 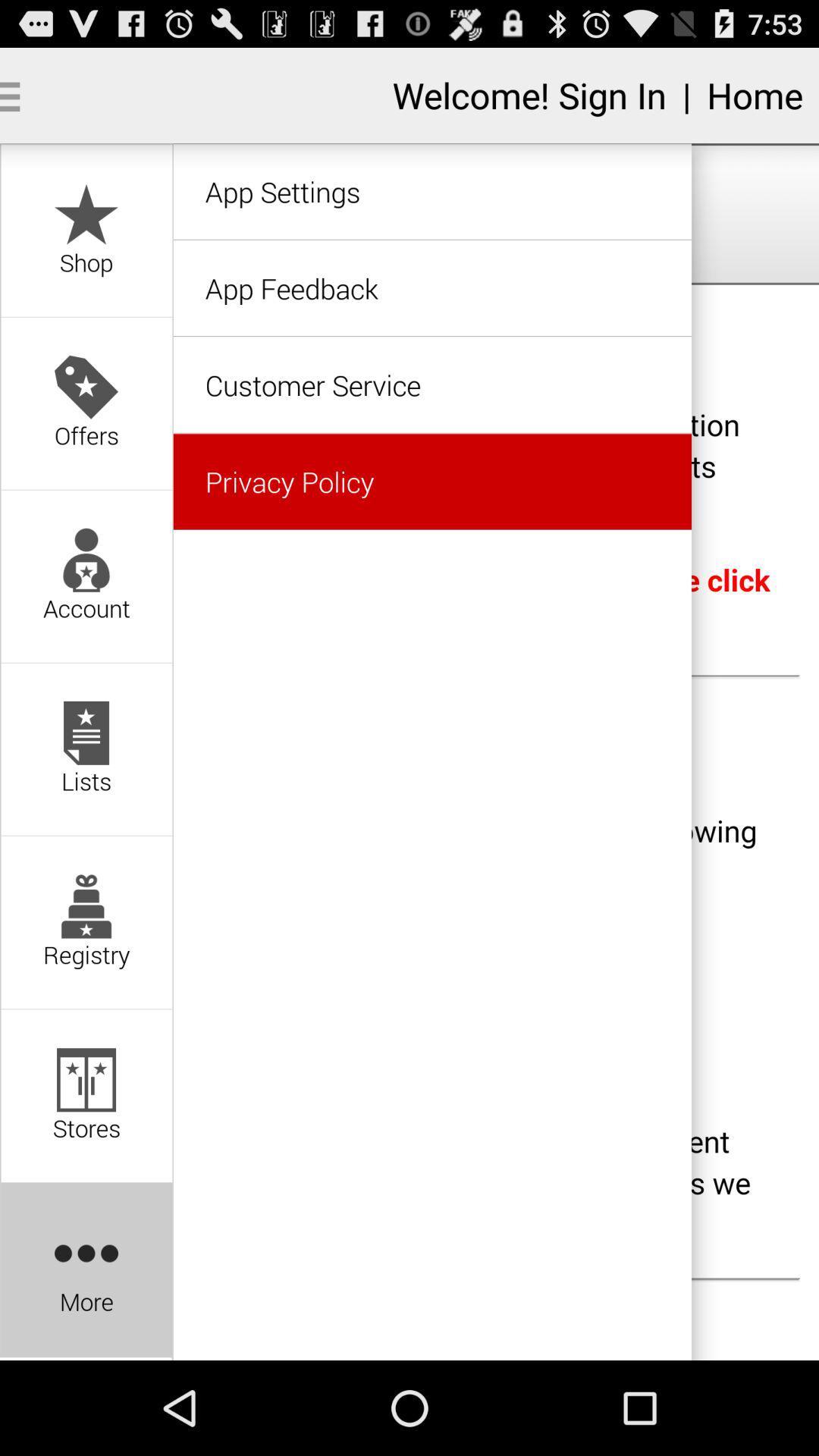 What do you see at coordinates (529, 94) in the screenshot?
I see `text before home option` at bounding box center [529, 94].